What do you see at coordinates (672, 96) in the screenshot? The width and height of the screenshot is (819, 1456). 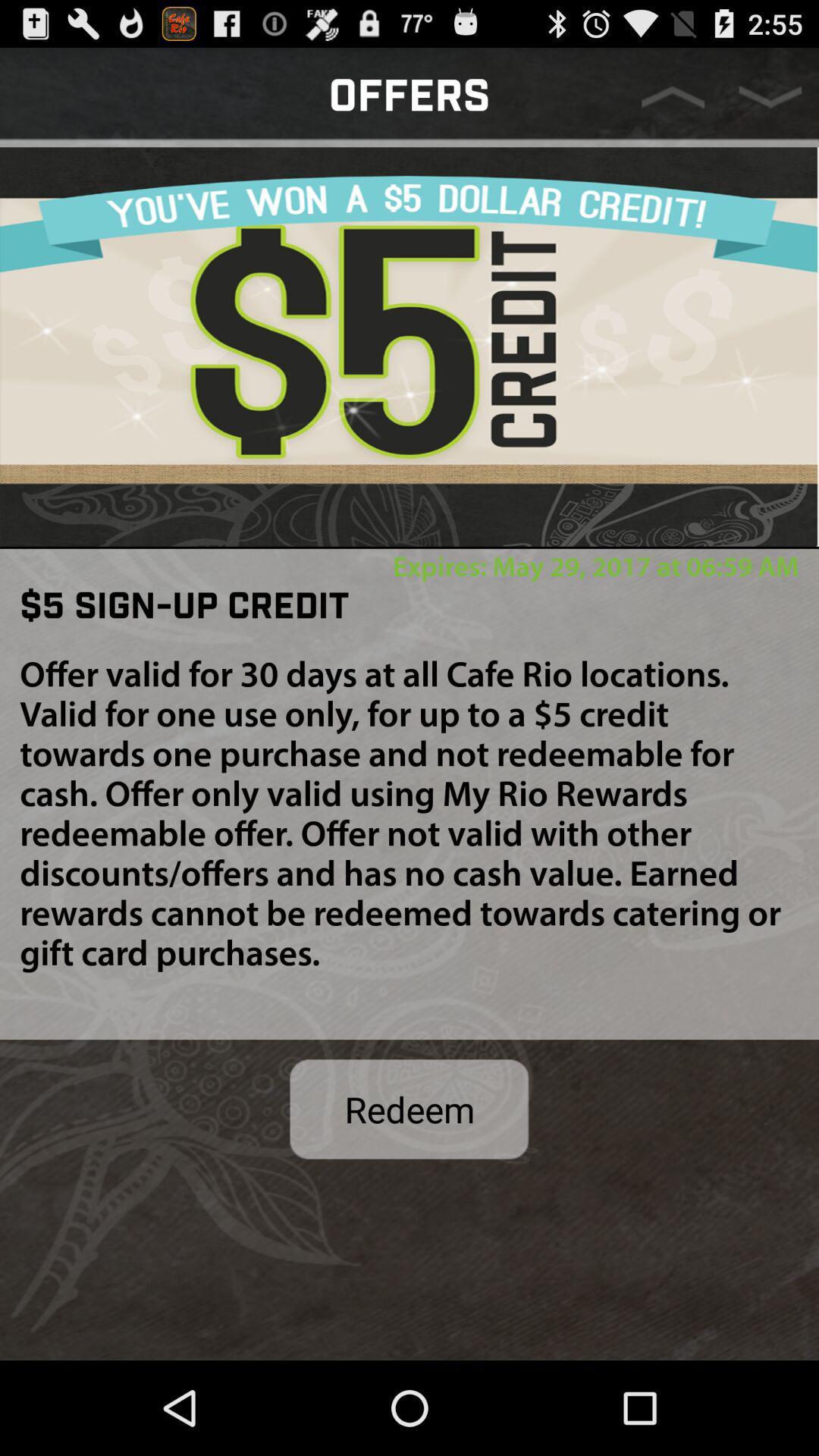 I see `previous` at bounding box center [672, 96].